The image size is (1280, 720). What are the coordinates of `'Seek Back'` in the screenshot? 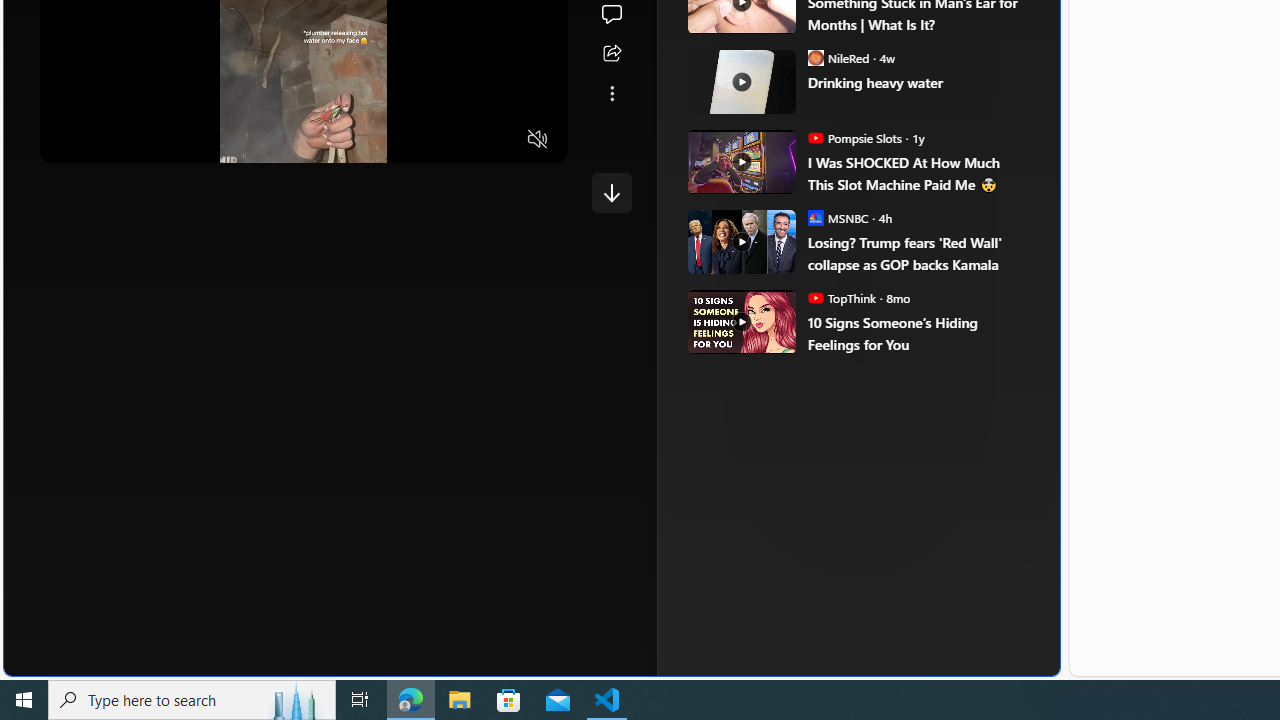 It's located at (109, 138).